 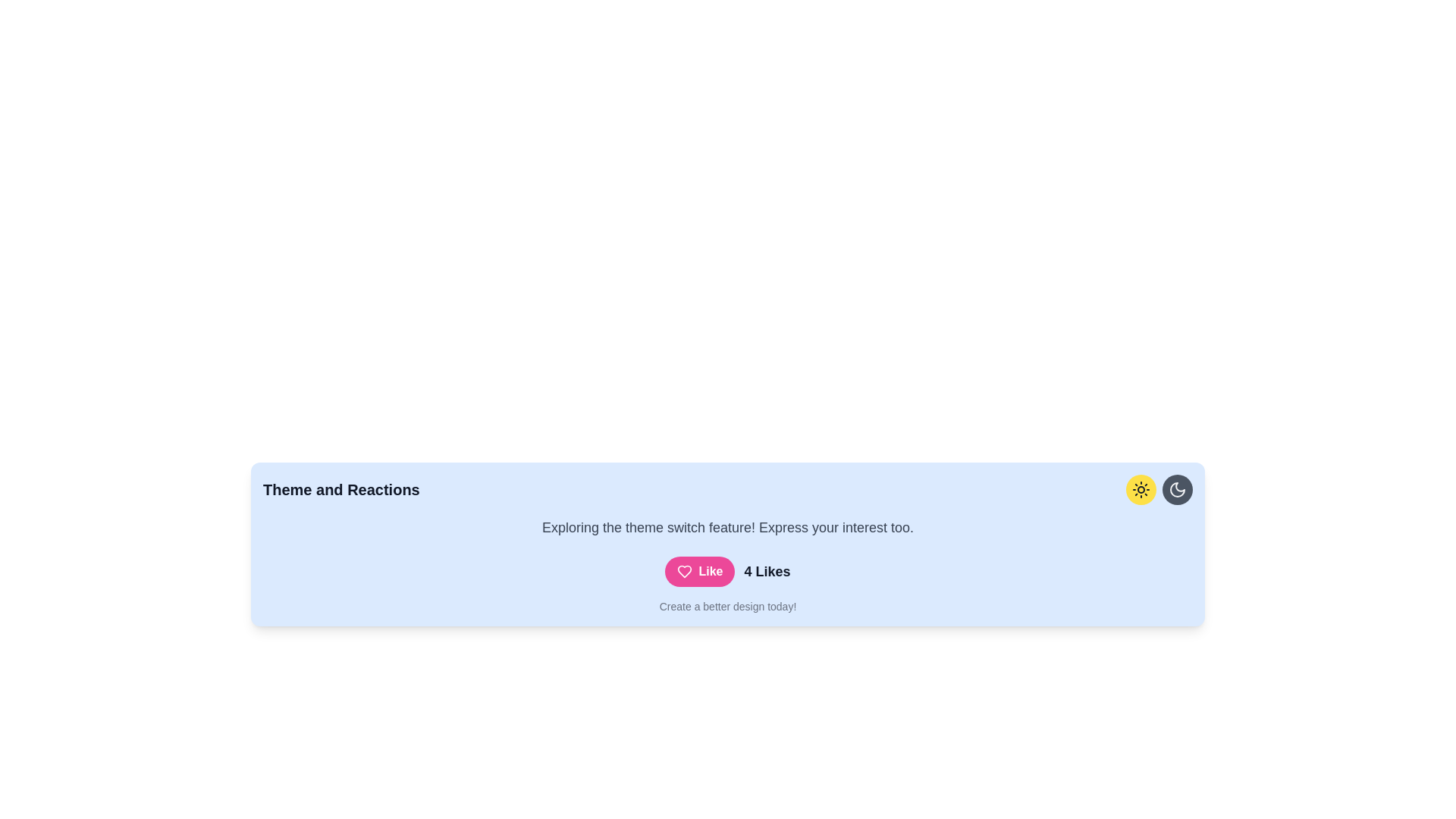 What do you see at coordinates (1177, 489) in the screenshot?
I see `the circular button with a dark gray background and a white crescent moon icon to observe the hover effect` at bounding box center [1177, 489].